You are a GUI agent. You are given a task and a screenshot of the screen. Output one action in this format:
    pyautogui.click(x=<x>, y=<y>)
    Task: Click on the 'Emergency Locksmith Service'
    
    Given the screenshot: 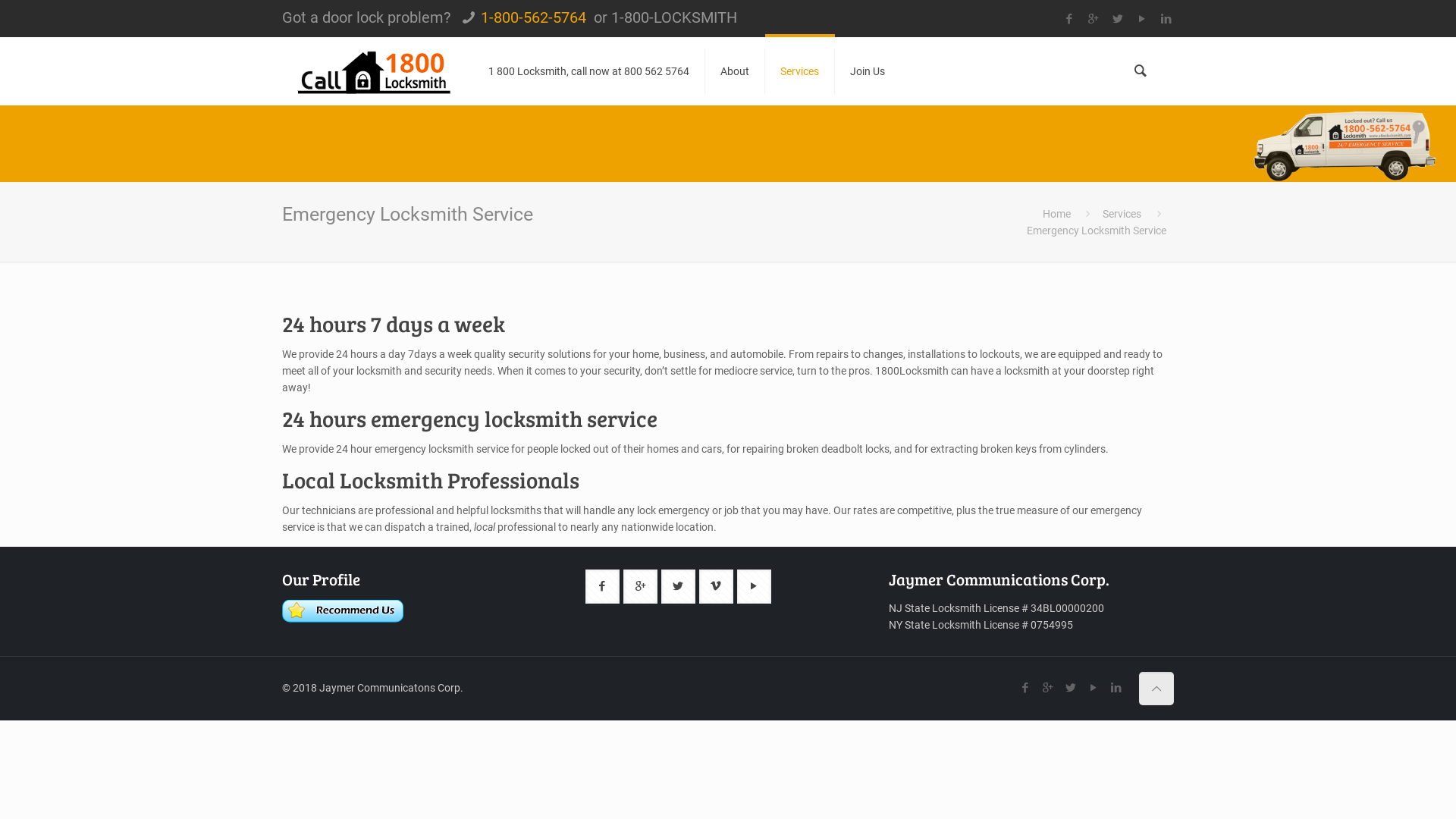 What is the action you would take?
    pyautogui.click(x=1096, y=231)
    